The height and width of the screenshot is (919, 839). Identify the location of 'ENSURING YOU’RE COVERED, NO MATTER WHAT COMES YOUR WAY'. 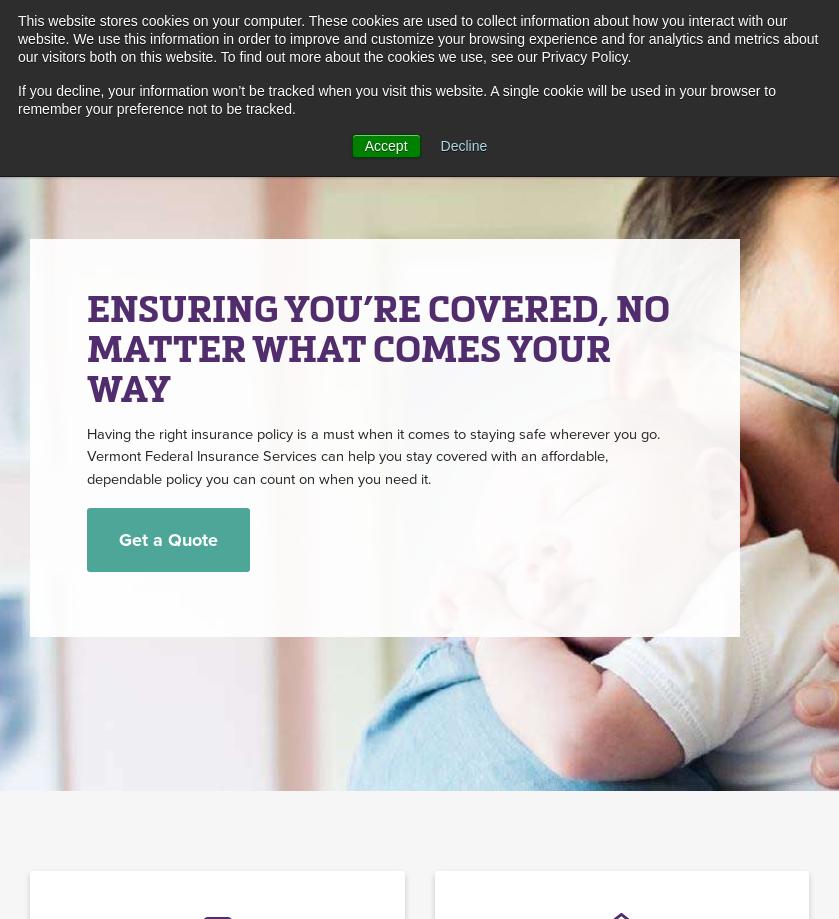
(85, 345).